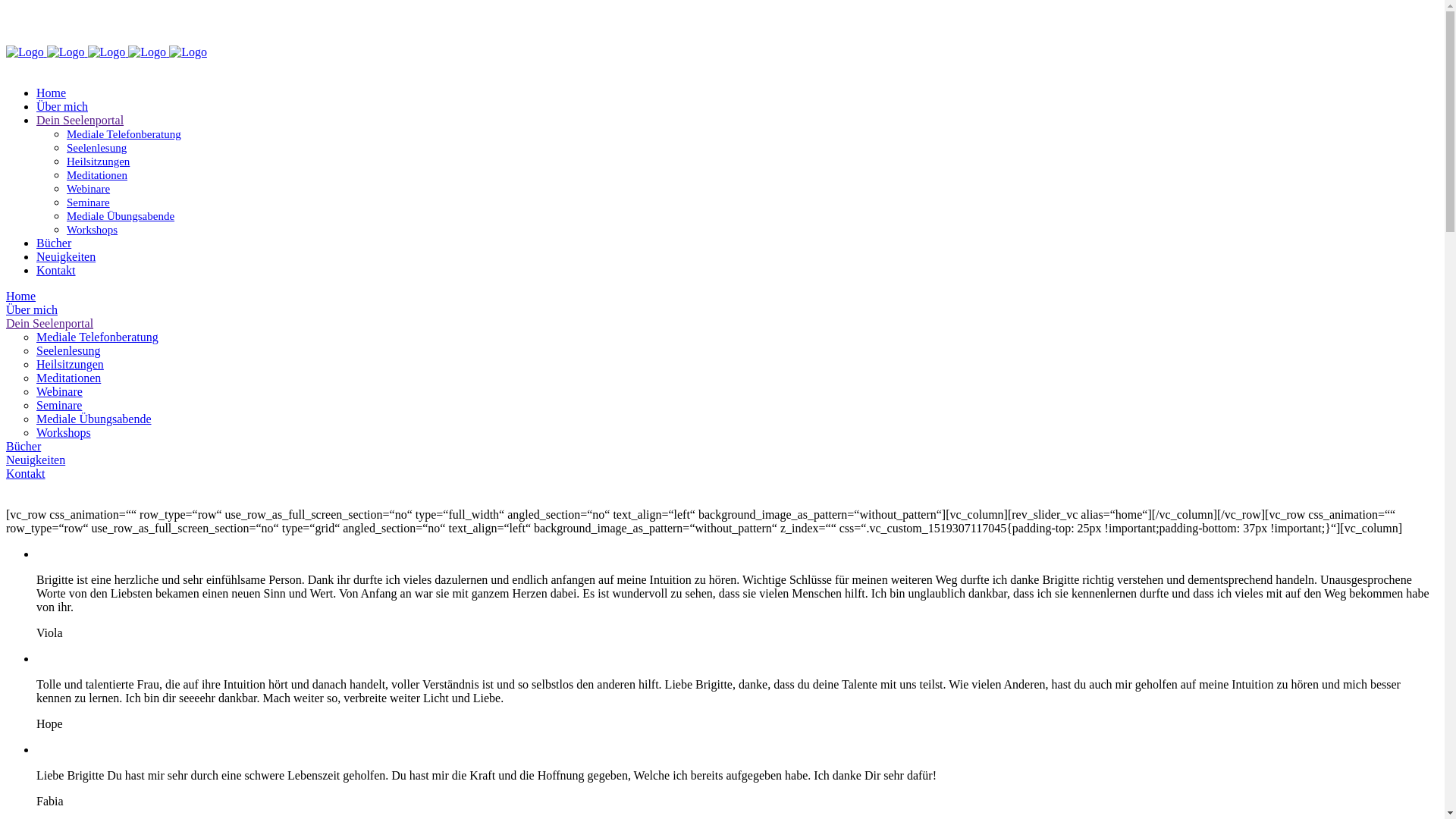 The image size is (1456, 819). What do you see at coordinates (65, 174) in the screenshot?
I see `'Meditationen'` at bounding box center [65, 174].